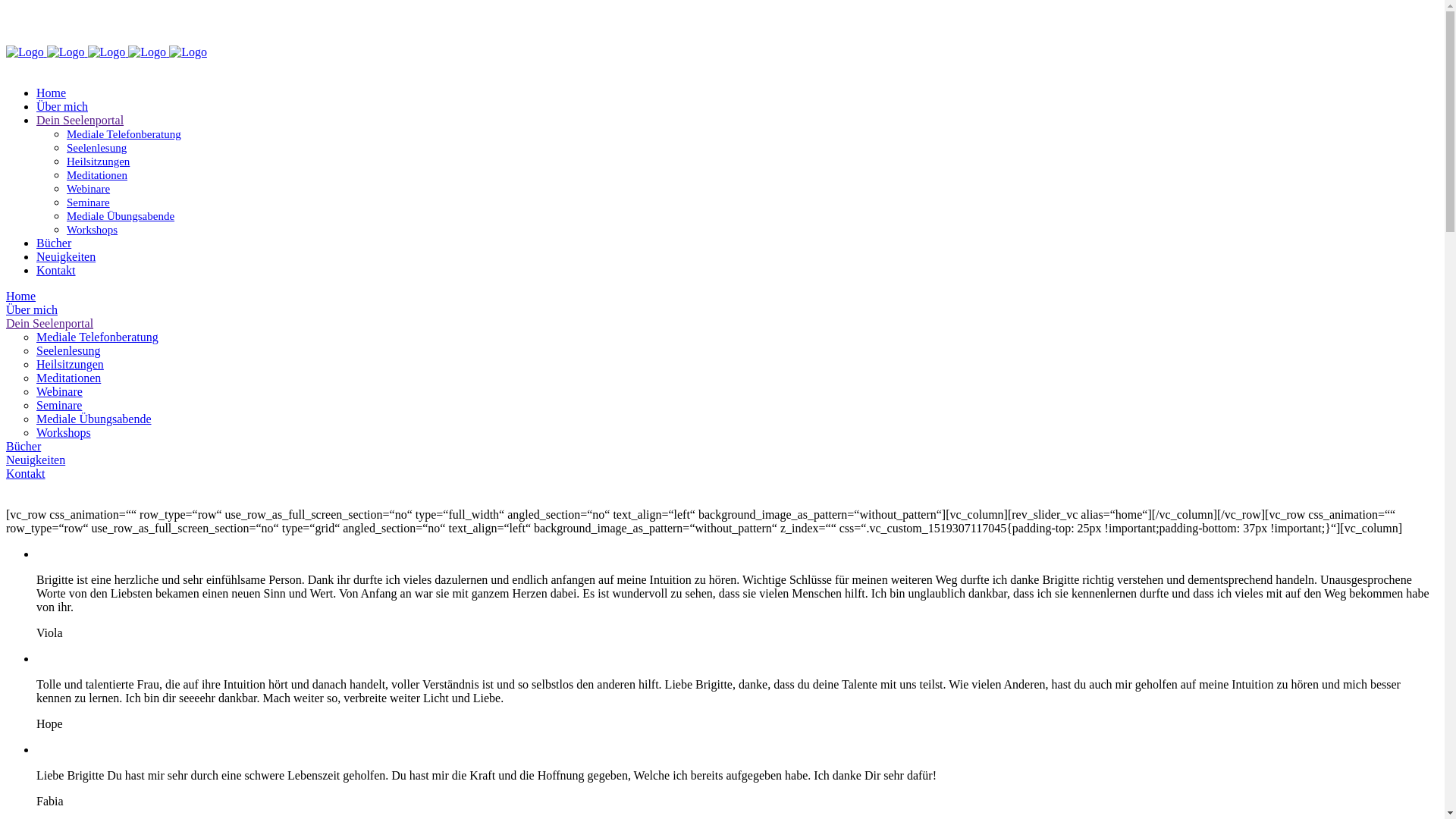 The image size is (1456, 819). What do you see at coordinates (65, 174) in the screenshot?
I see `'Meditationen'` at bounding box center [65, 174].